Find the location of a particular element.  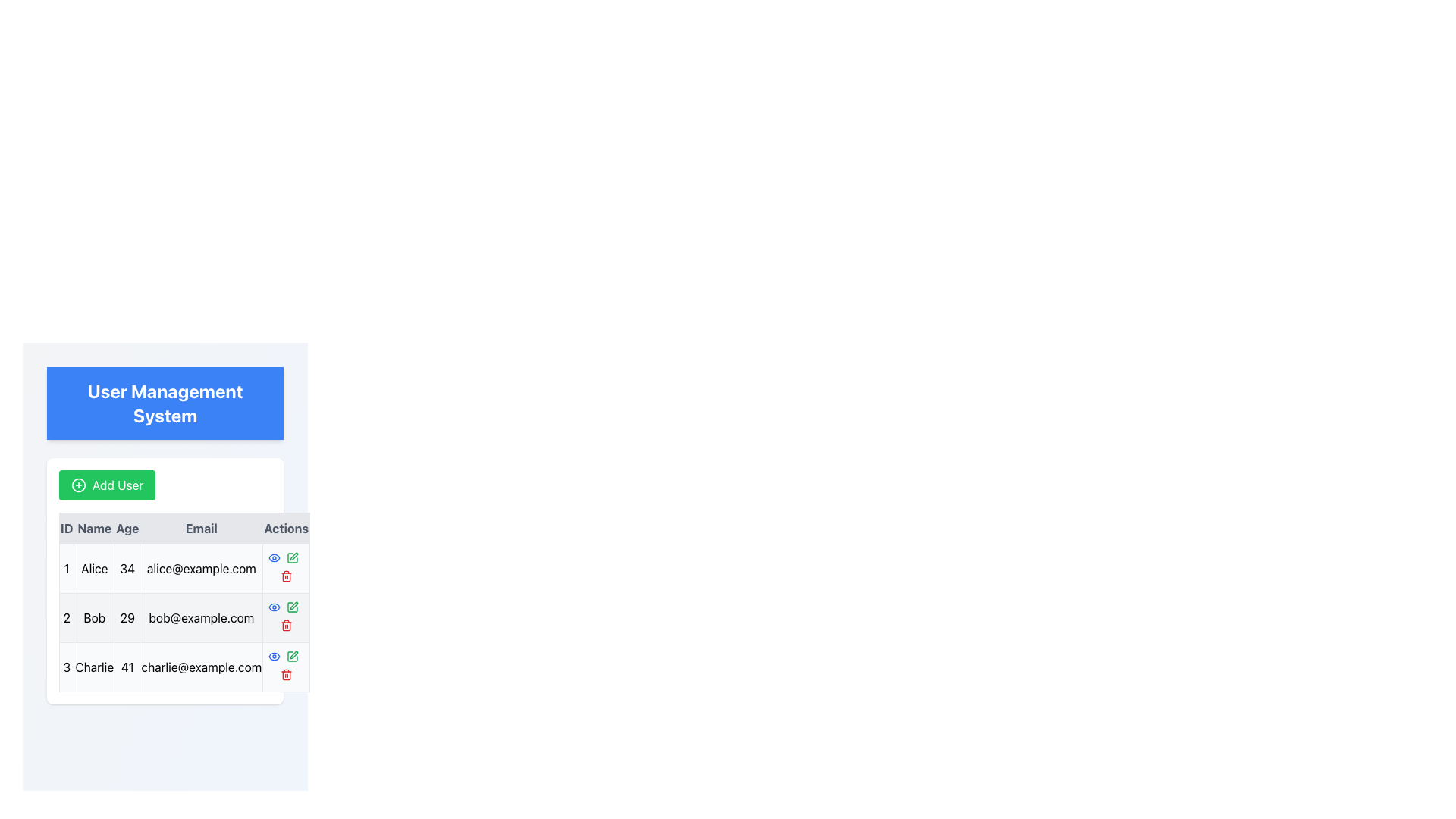

the text label displaying the email address associated with the user named 'Charlie' in the Email column of the data table, located in the third row is located at coordinates (200, 666).